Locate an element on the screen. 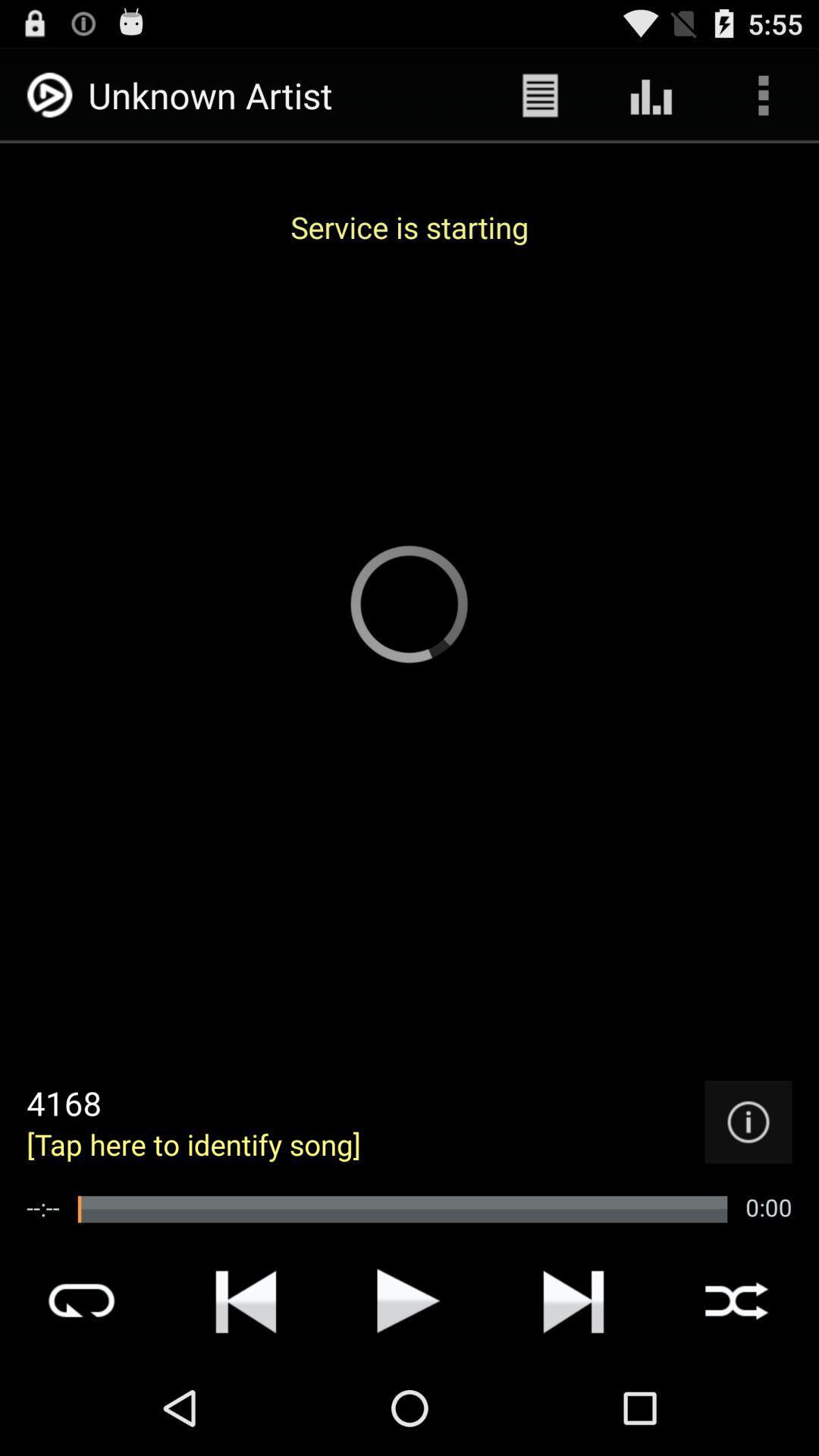  item below the tap here to icon is located at coordinates (402, 1208).